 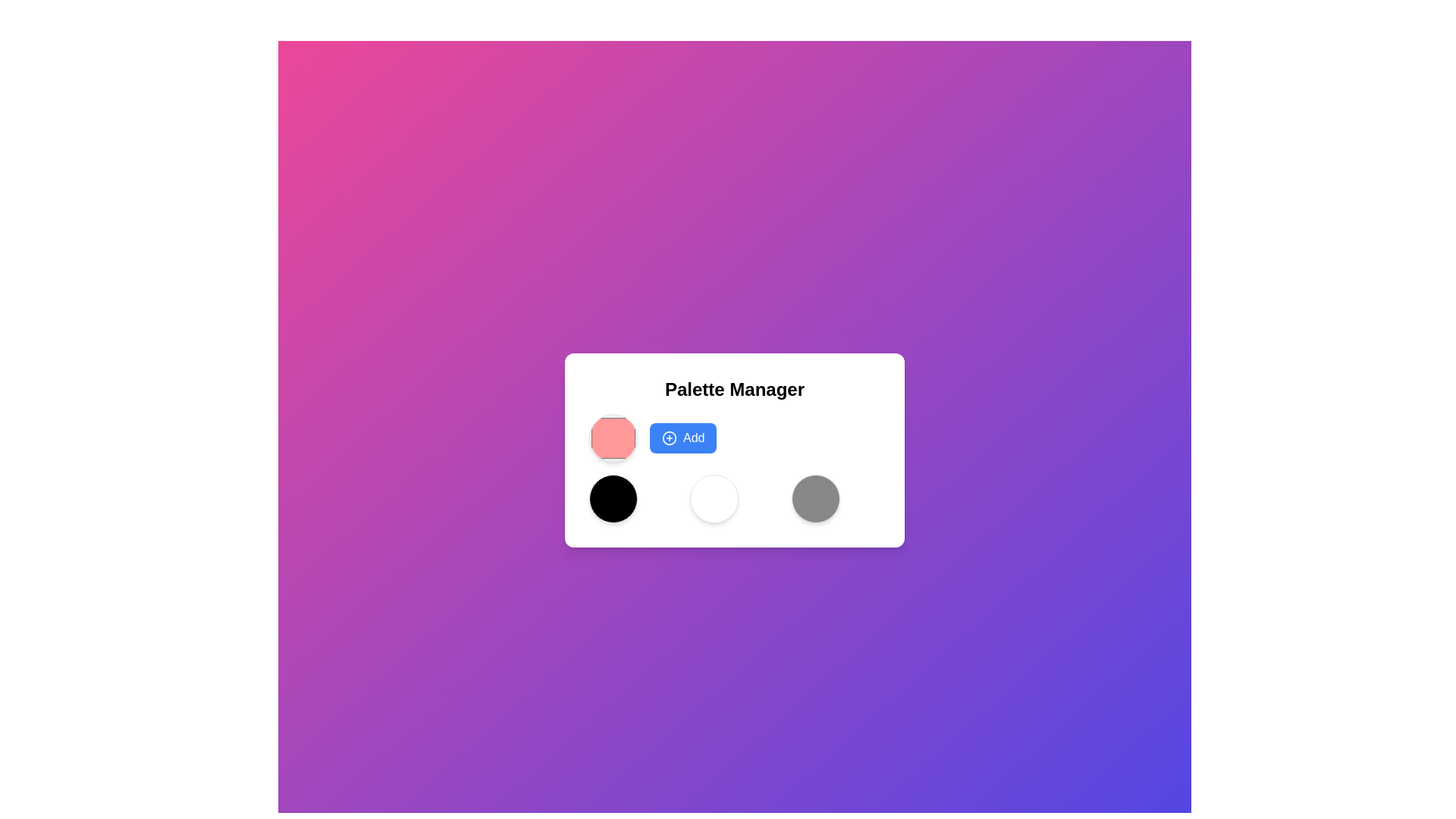 I want to click on the first circular color selection item in the grid layout, which is styled in black, so click(x=613, y=499).